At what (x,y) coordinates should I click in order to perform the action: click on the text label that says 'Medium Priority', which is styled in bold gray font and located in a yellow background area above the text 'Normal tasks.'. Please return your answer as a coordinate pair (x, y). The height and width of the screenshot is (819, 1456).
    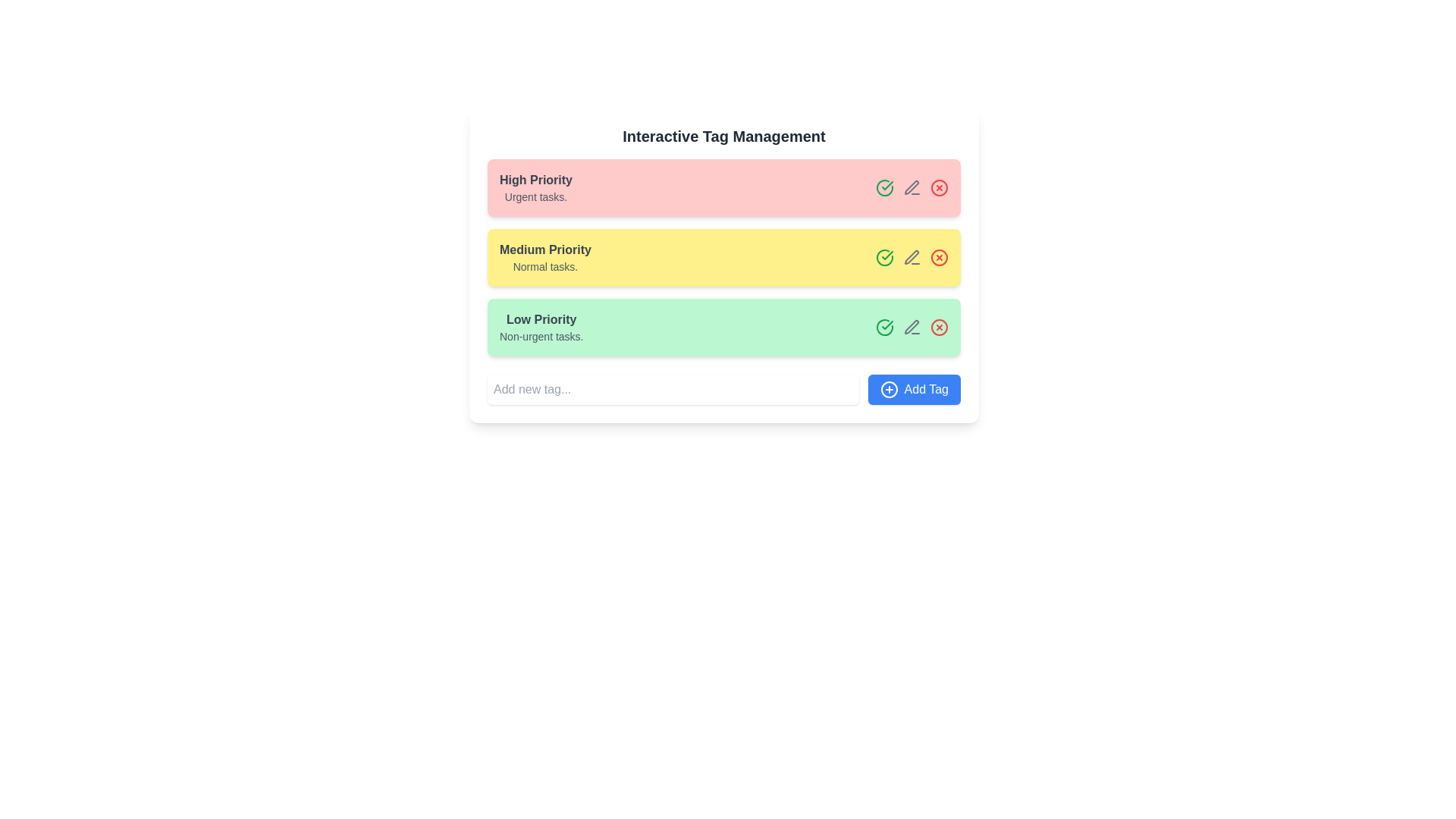
    Looking at the image, I should click on (545, 249).